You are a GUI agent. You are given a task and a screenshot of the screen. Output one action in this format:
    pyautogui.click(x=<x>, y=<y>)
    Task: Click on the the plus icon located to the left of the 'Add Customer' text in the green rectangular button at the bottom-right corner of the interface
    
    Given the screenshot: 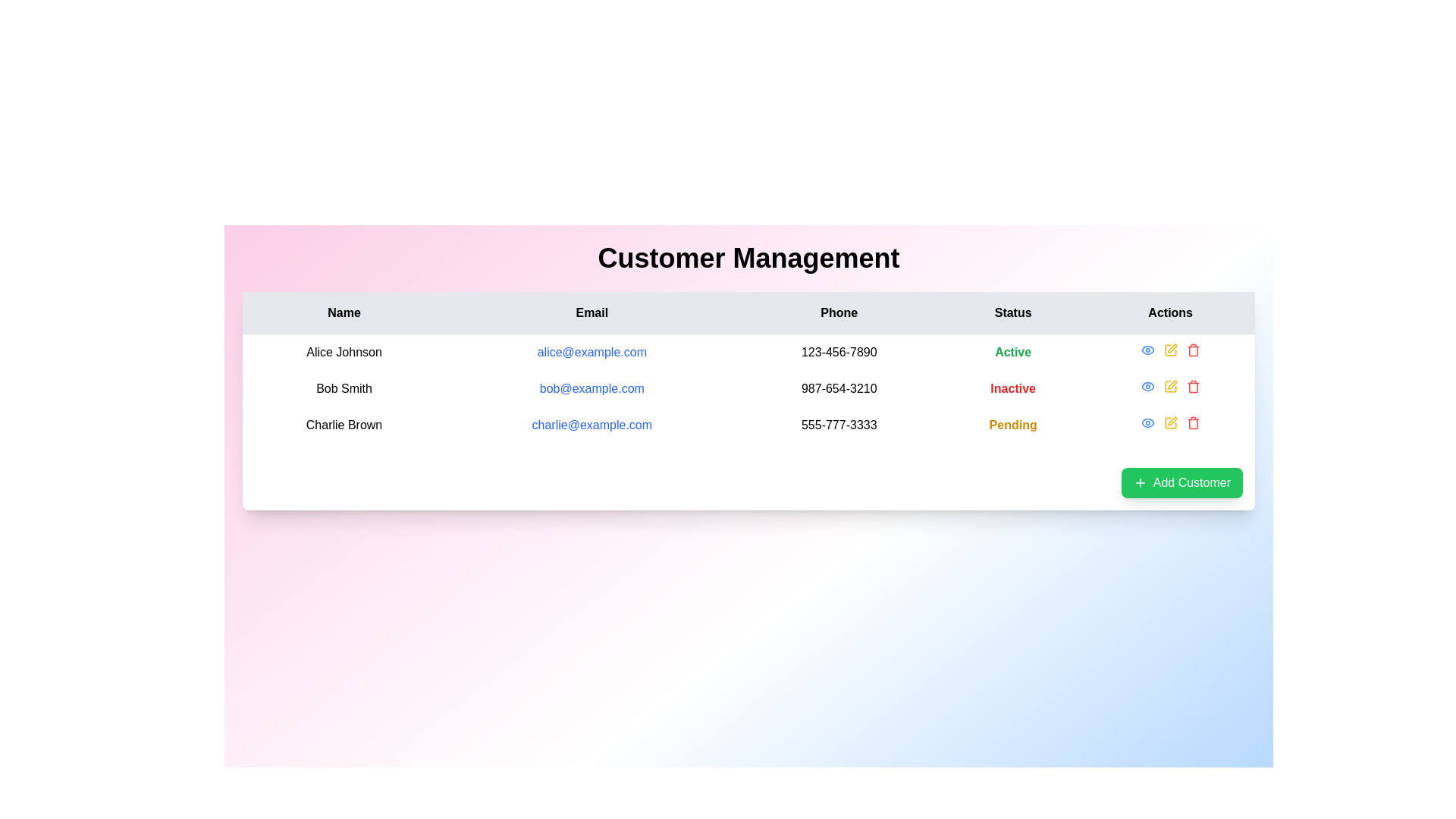 What is the action you would take?
    pyautogui.click(x=1140, y=482)
    